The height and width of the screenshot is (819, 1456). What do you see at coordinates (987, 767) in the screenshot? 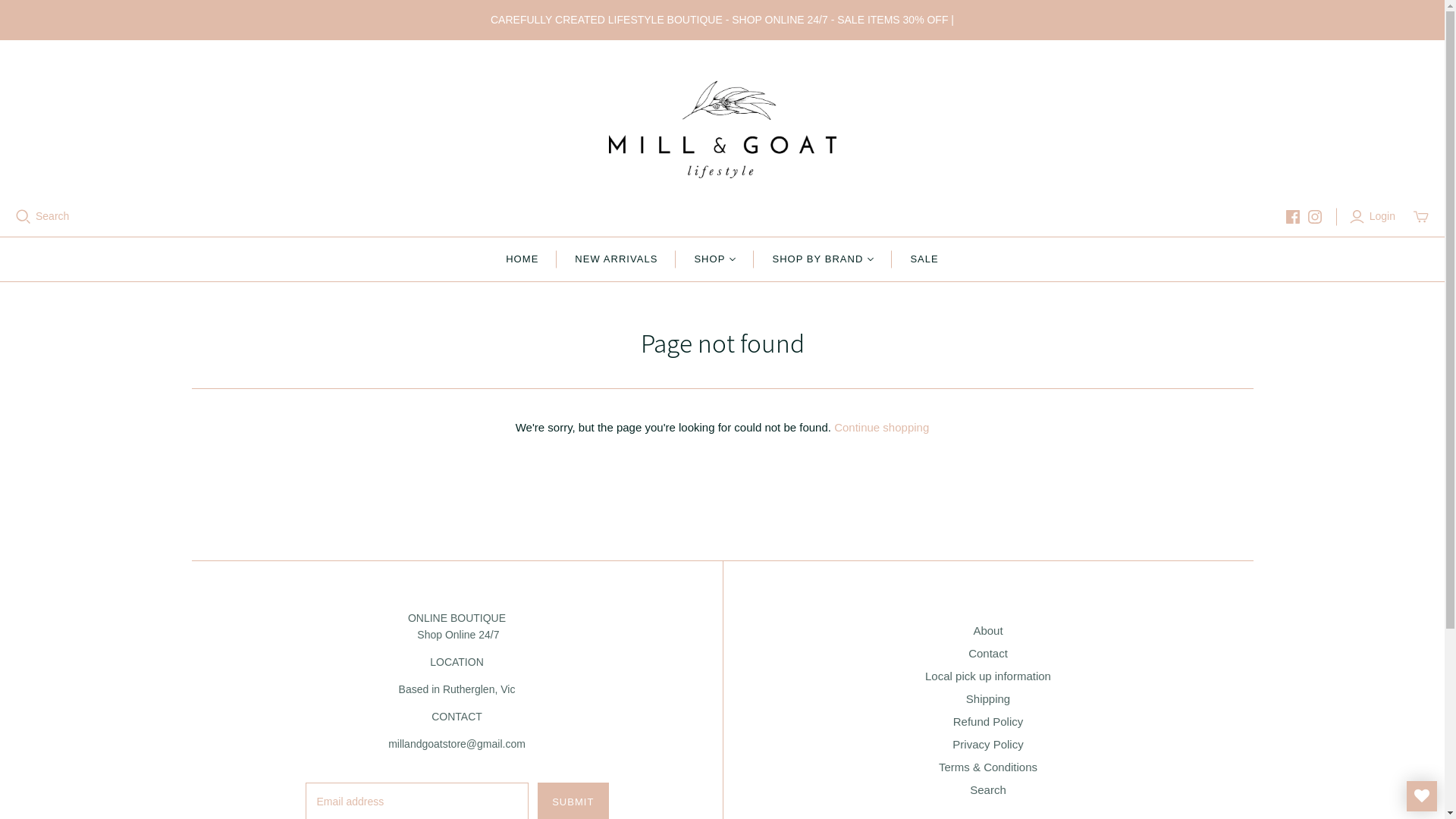
I see `'Terms & Conditions'` at bounding box center [987, 767].